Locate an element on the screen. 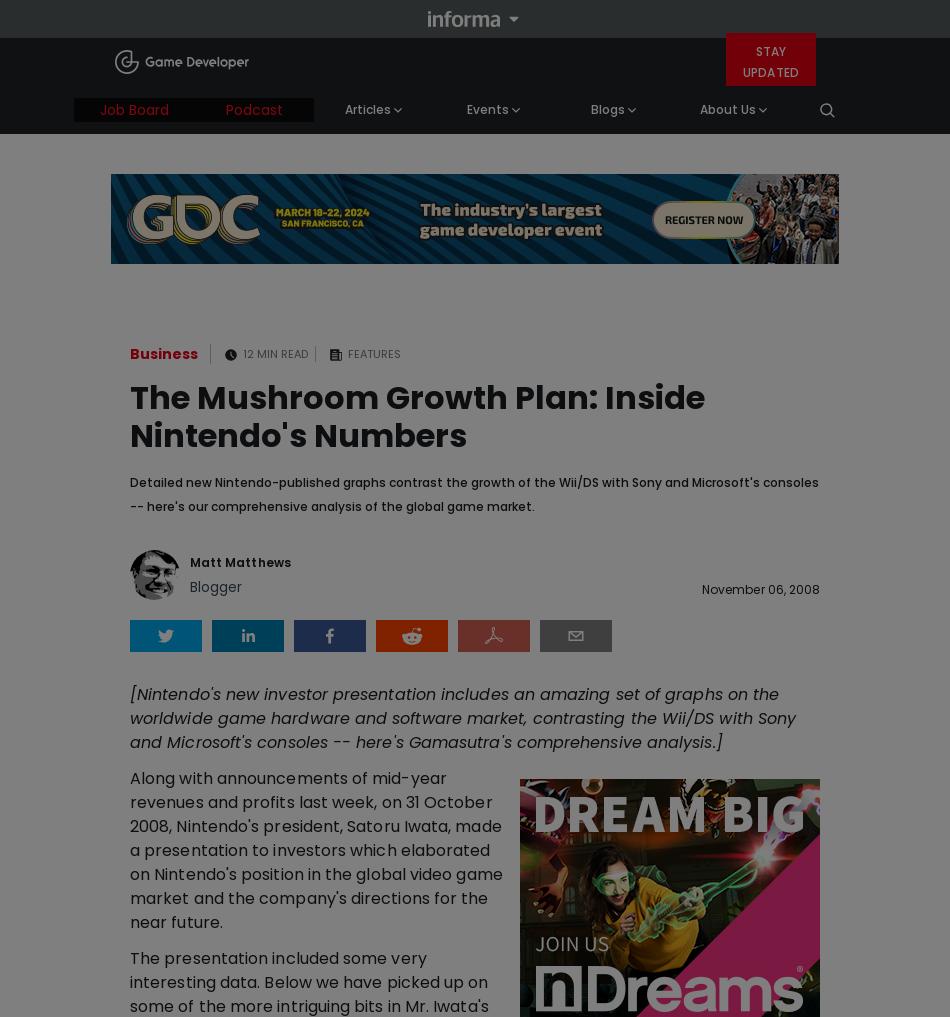  'Blogger' is located at coordinates (216, 584).